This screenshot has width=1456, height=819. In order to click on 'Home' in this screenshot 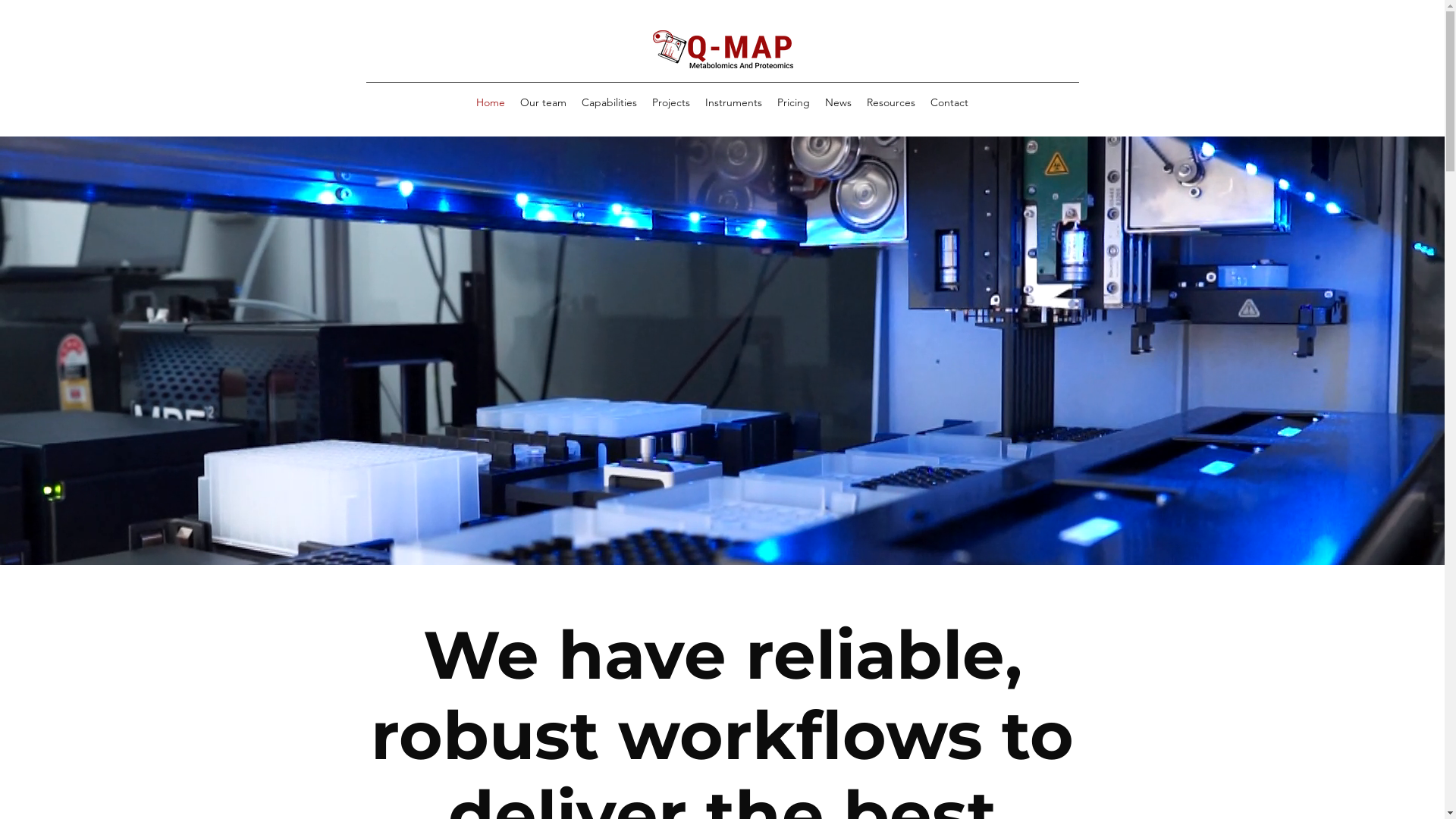, I will do `click(491, 102)`.